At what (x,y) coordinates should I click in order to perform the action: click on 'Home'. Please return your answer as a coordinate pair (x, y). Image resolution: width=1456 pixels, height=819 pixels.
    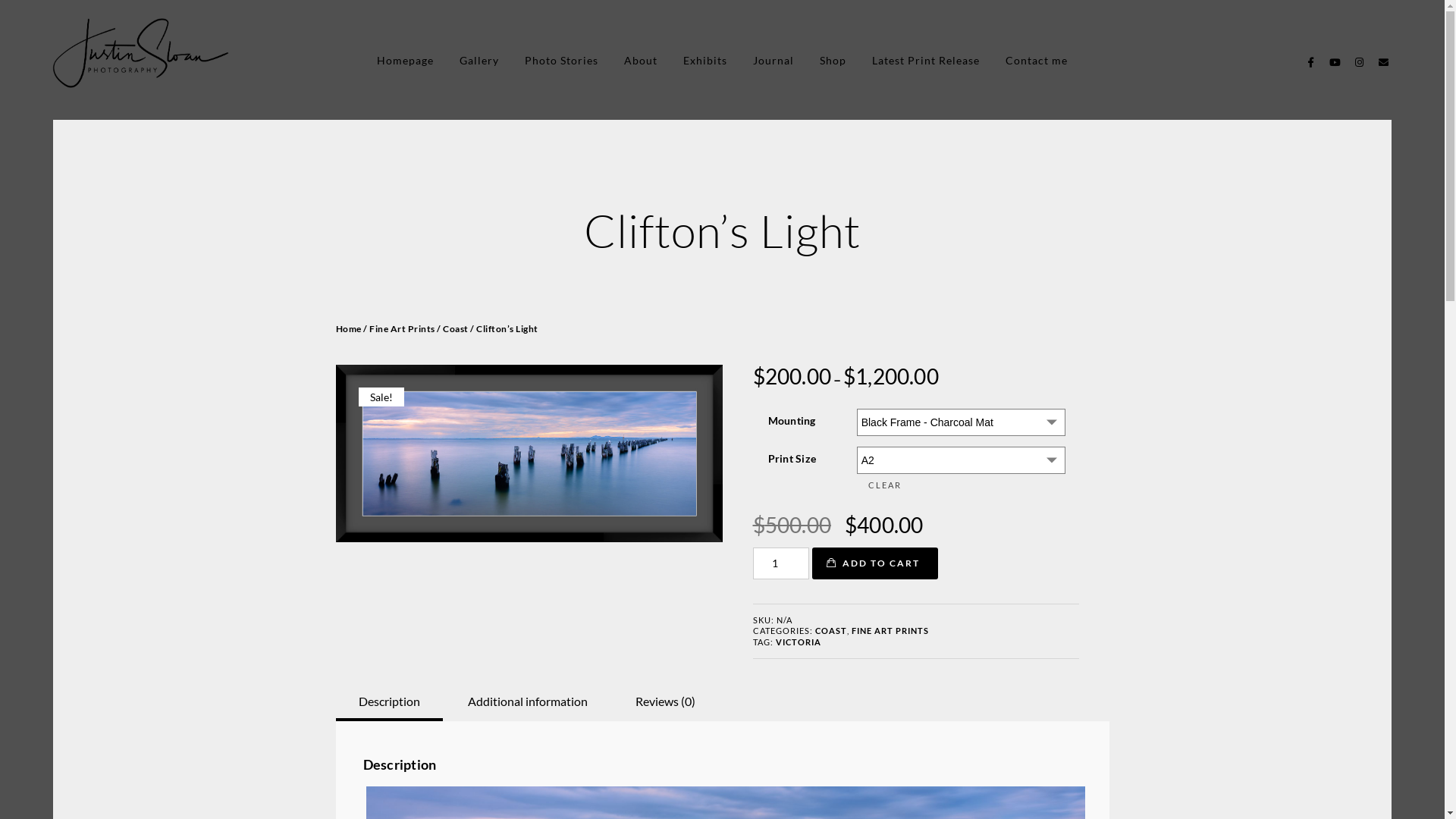
    Looking at the image, I should click on (347, 328).